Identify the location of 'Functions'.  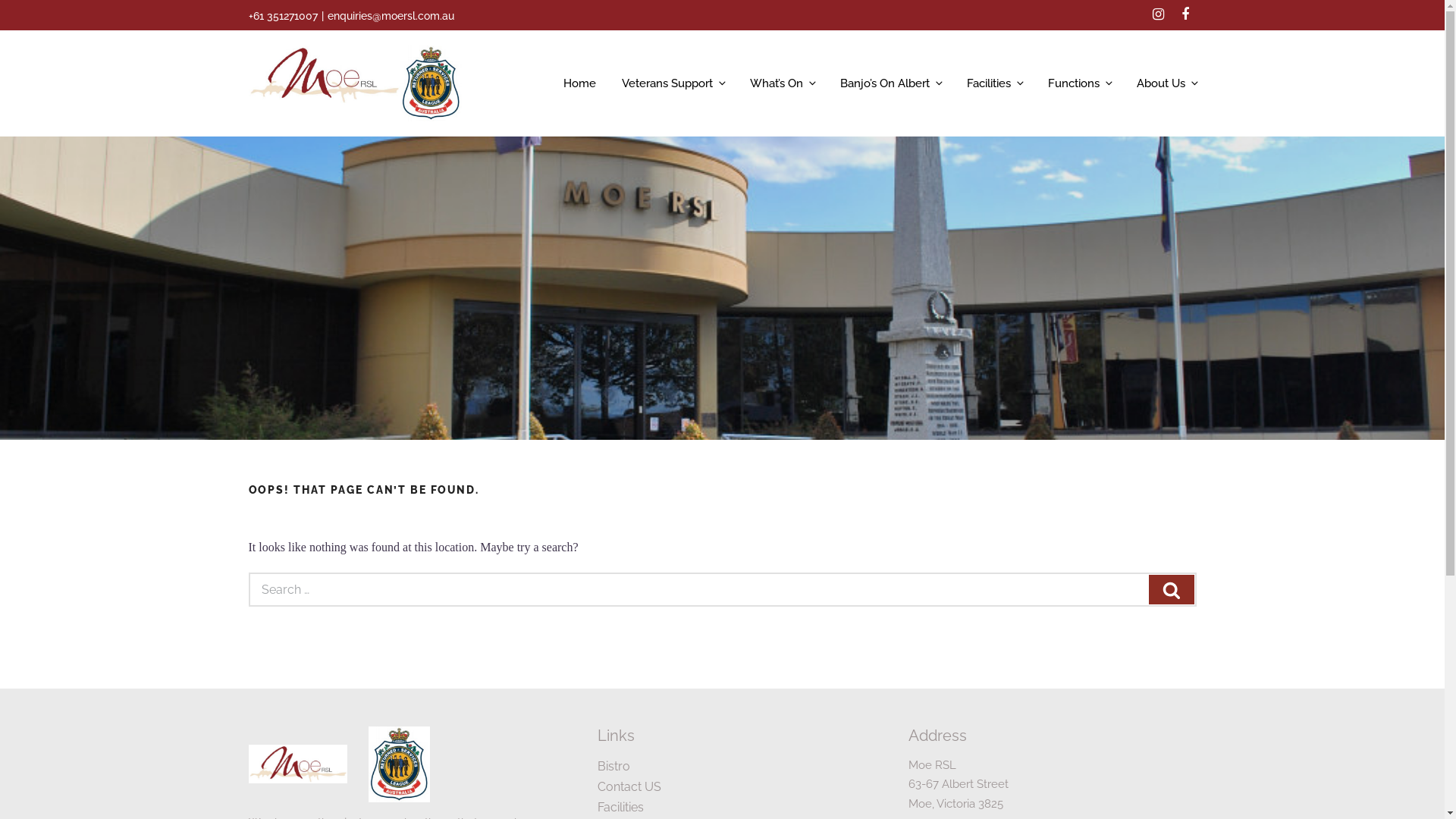
(1078, 83).